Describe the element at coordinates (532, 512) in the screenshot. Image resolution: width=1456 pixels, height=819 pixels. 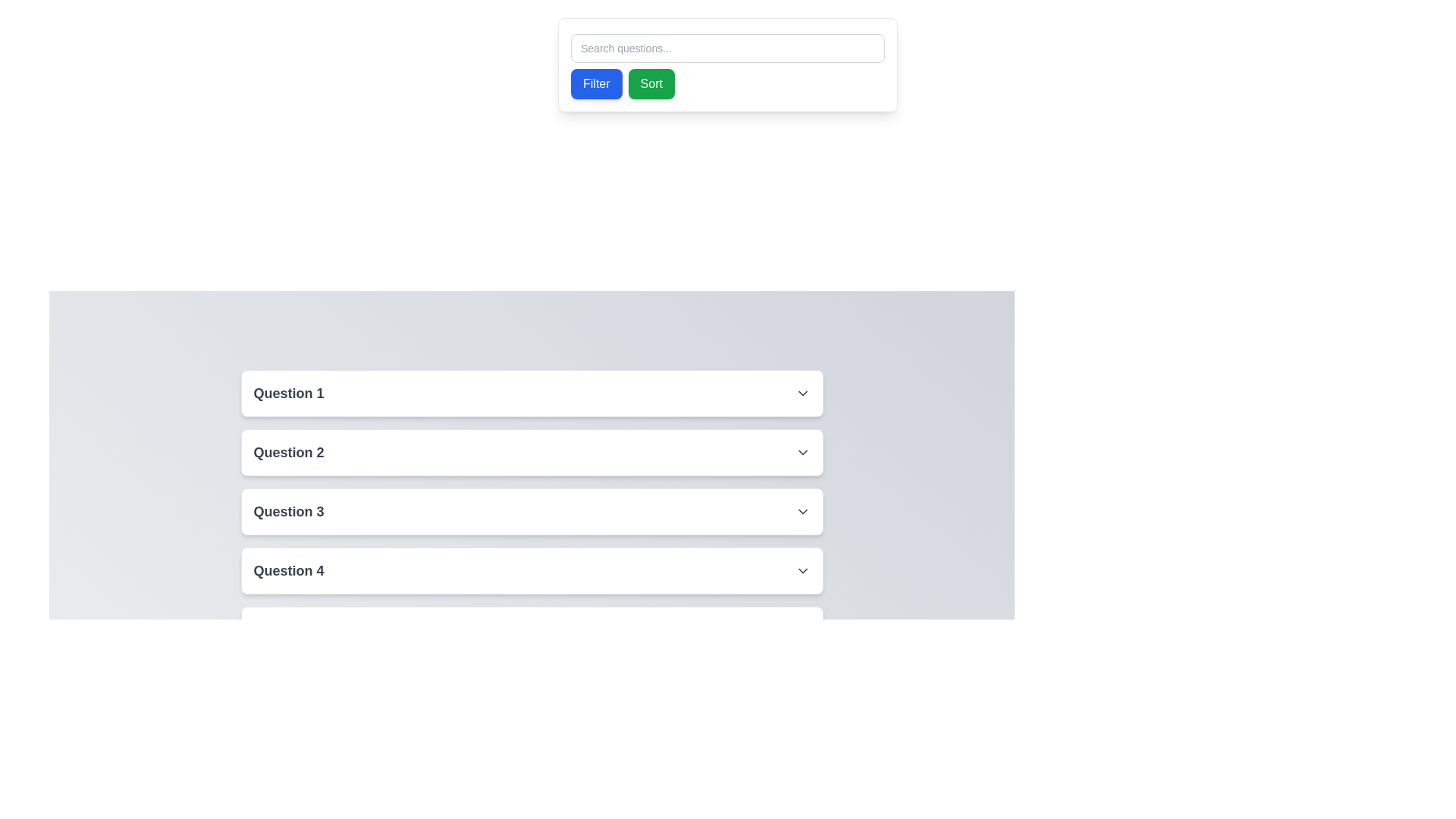
I see `the 'Question 3' dropdown list item` at that location.